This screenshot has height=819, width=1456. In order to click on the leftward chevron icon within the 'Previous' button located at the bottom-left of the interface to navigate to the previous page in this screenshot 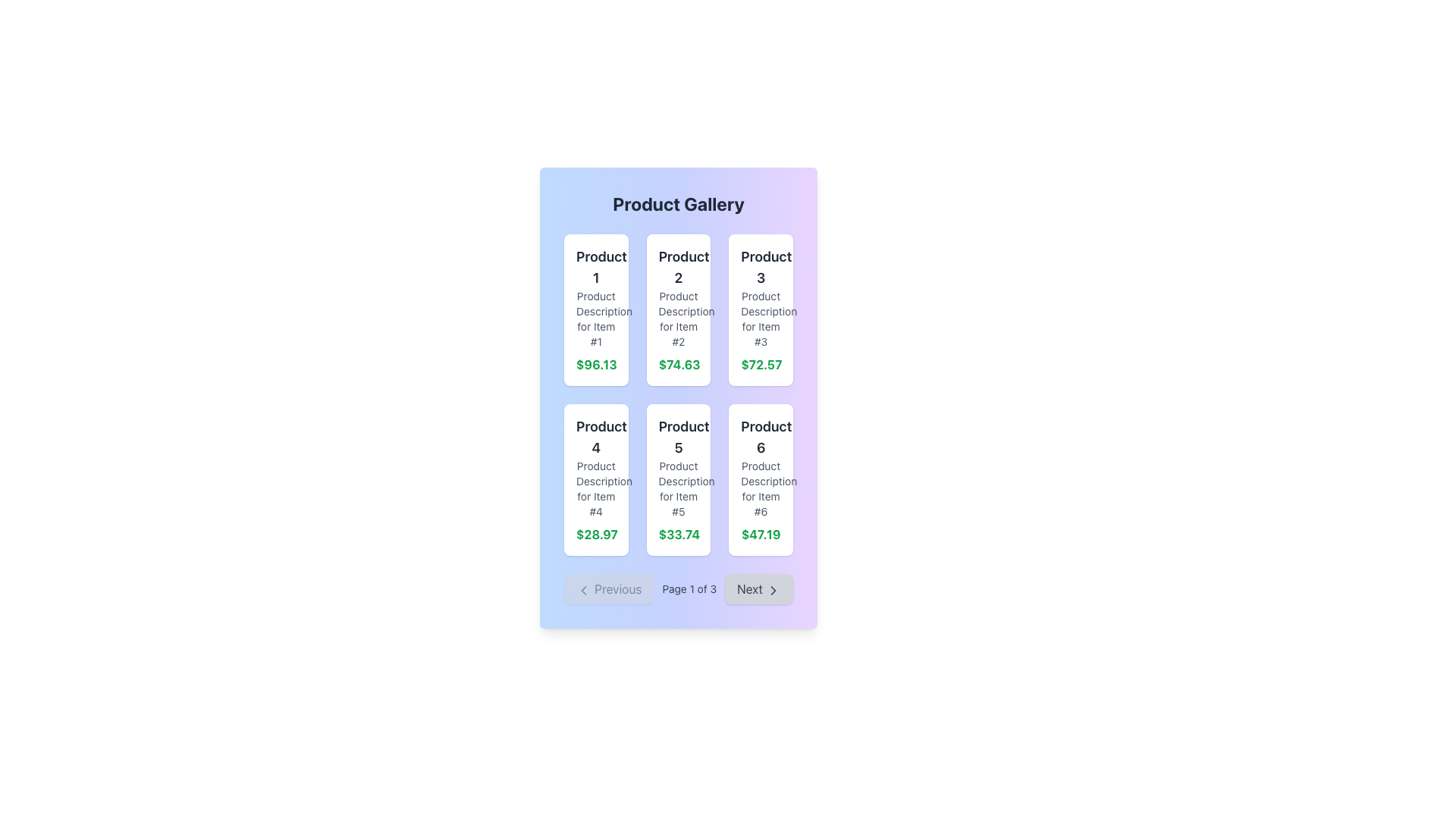, I will do `click(582, 589)`.